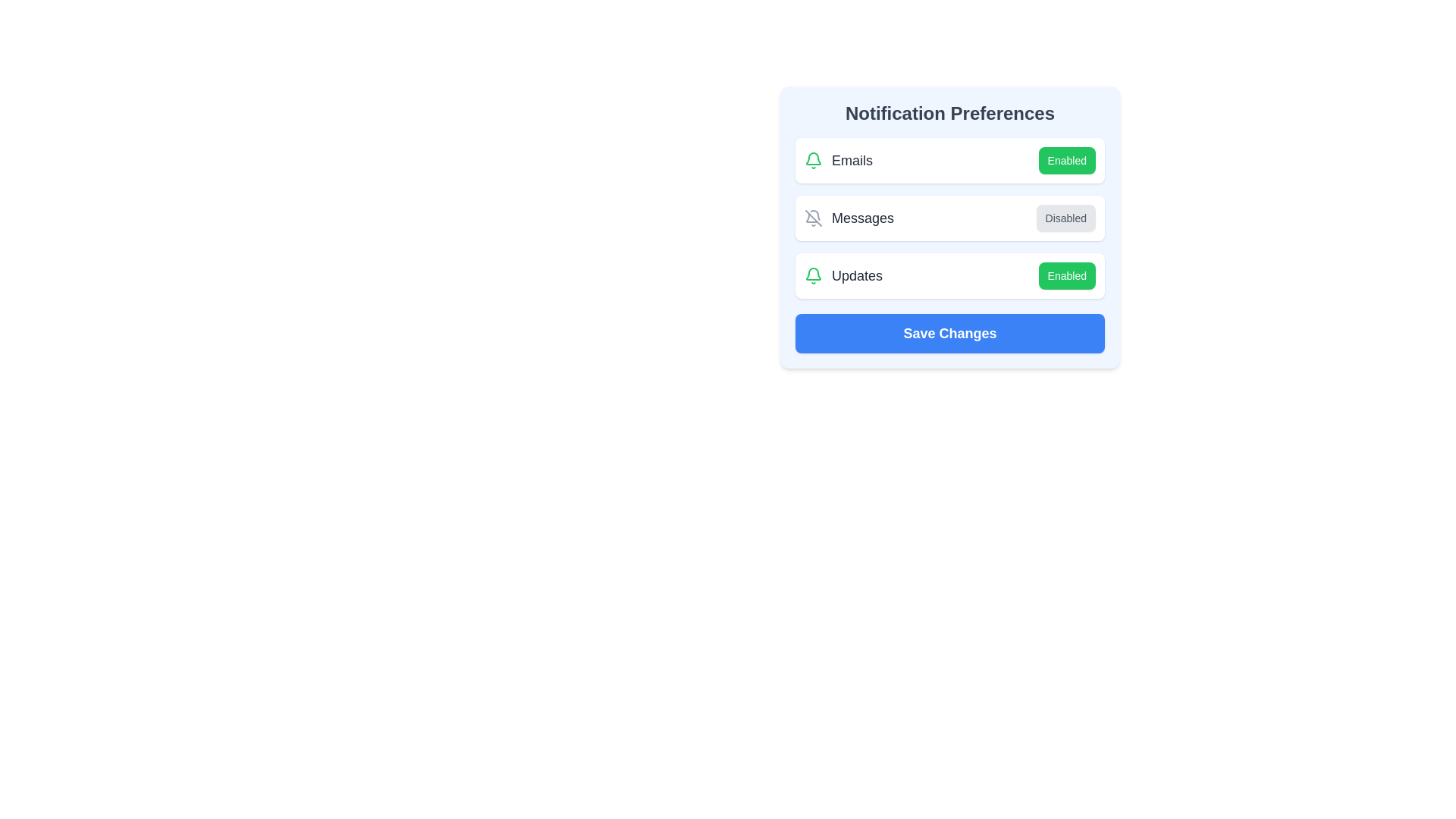 This screenshot has height=819, width=1456. I want to click on 'Enabled' button for Emails to toggle its state, so click(1065, 161).